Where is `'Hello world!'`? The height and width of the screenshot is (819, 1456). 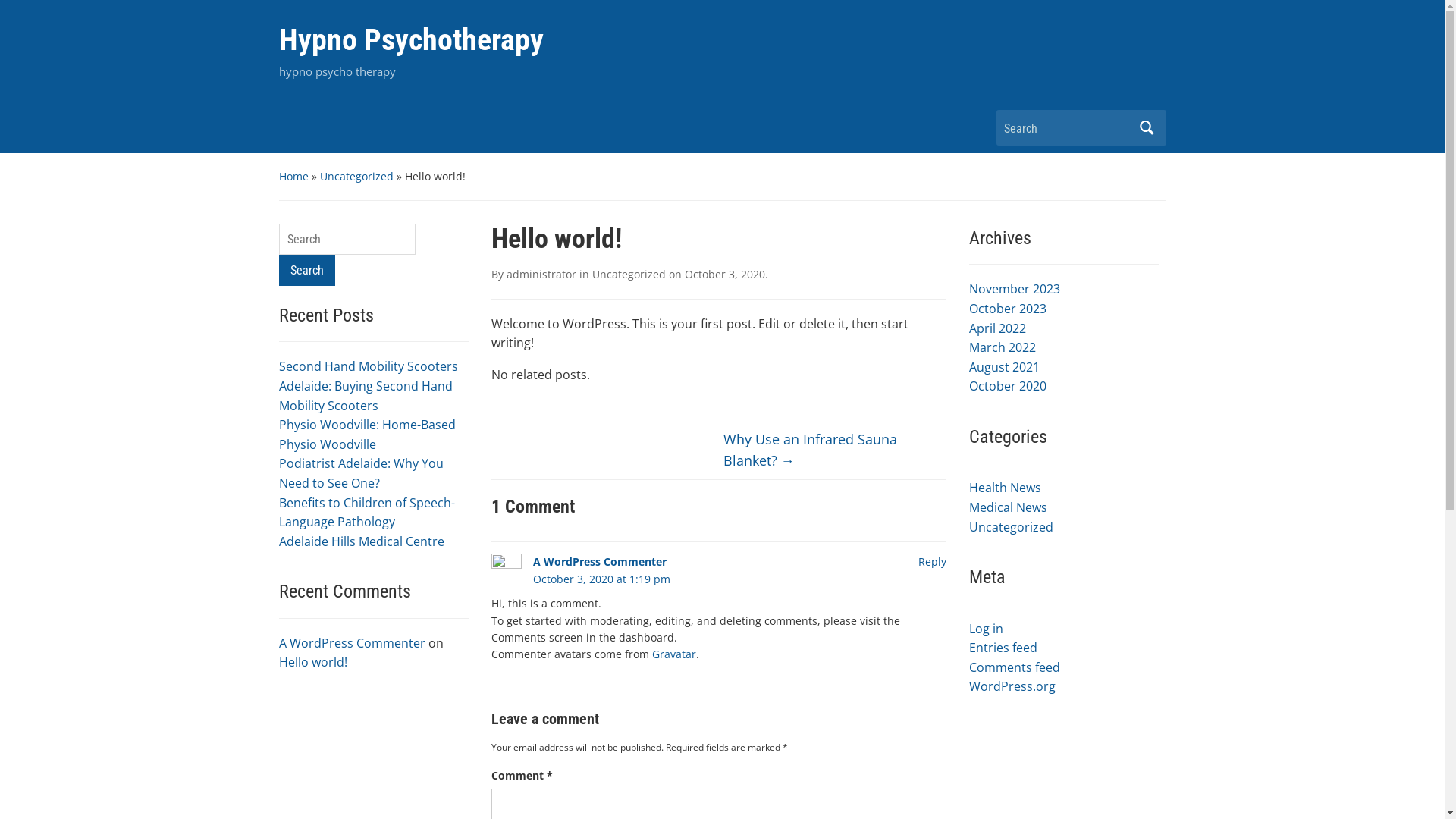
'Hello world!' is located at coordinates (312, 661).